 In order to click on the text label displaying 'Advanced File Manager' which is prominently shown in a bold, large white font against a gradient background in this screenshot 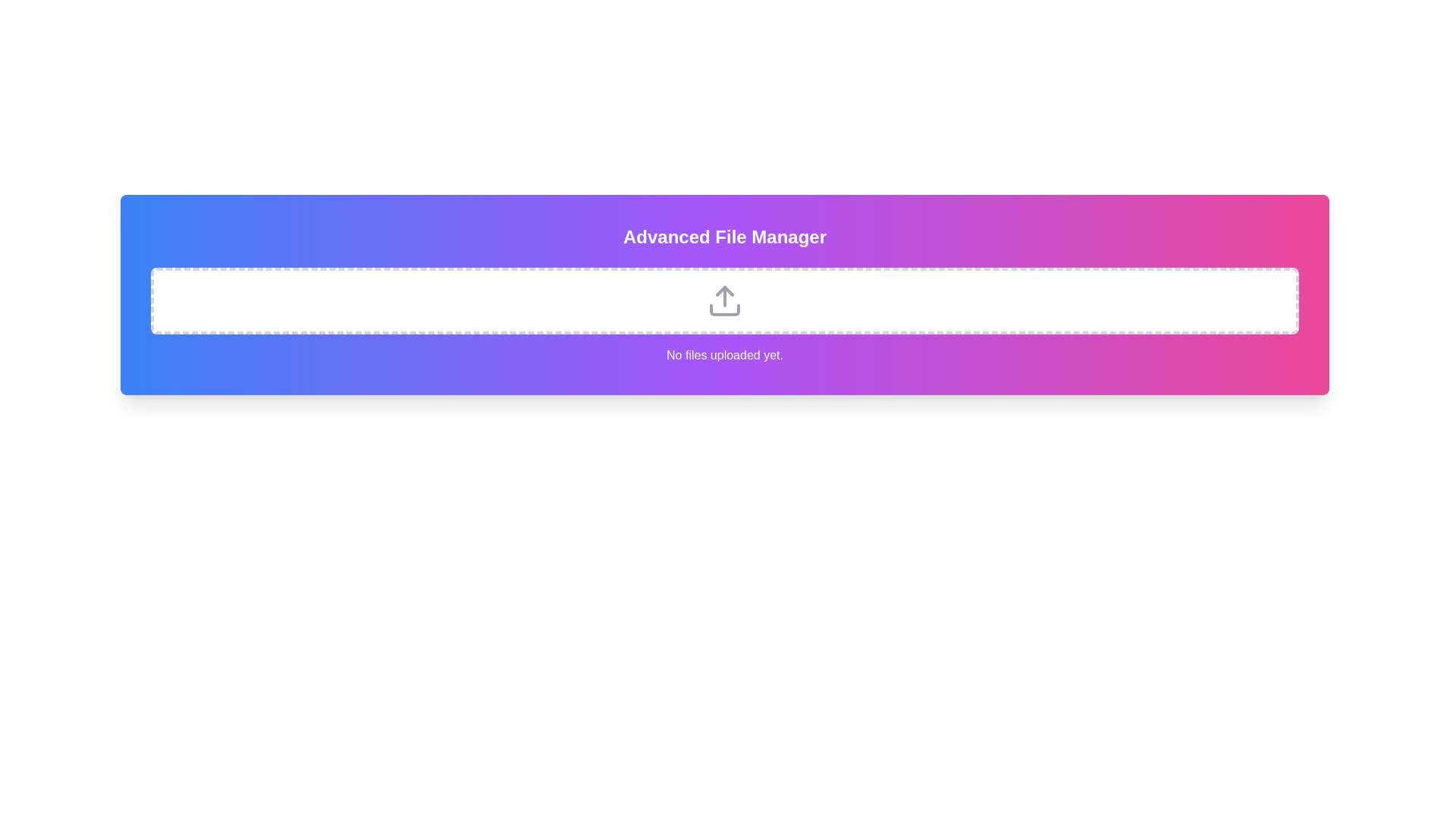, I will do `click(723, 237)`.